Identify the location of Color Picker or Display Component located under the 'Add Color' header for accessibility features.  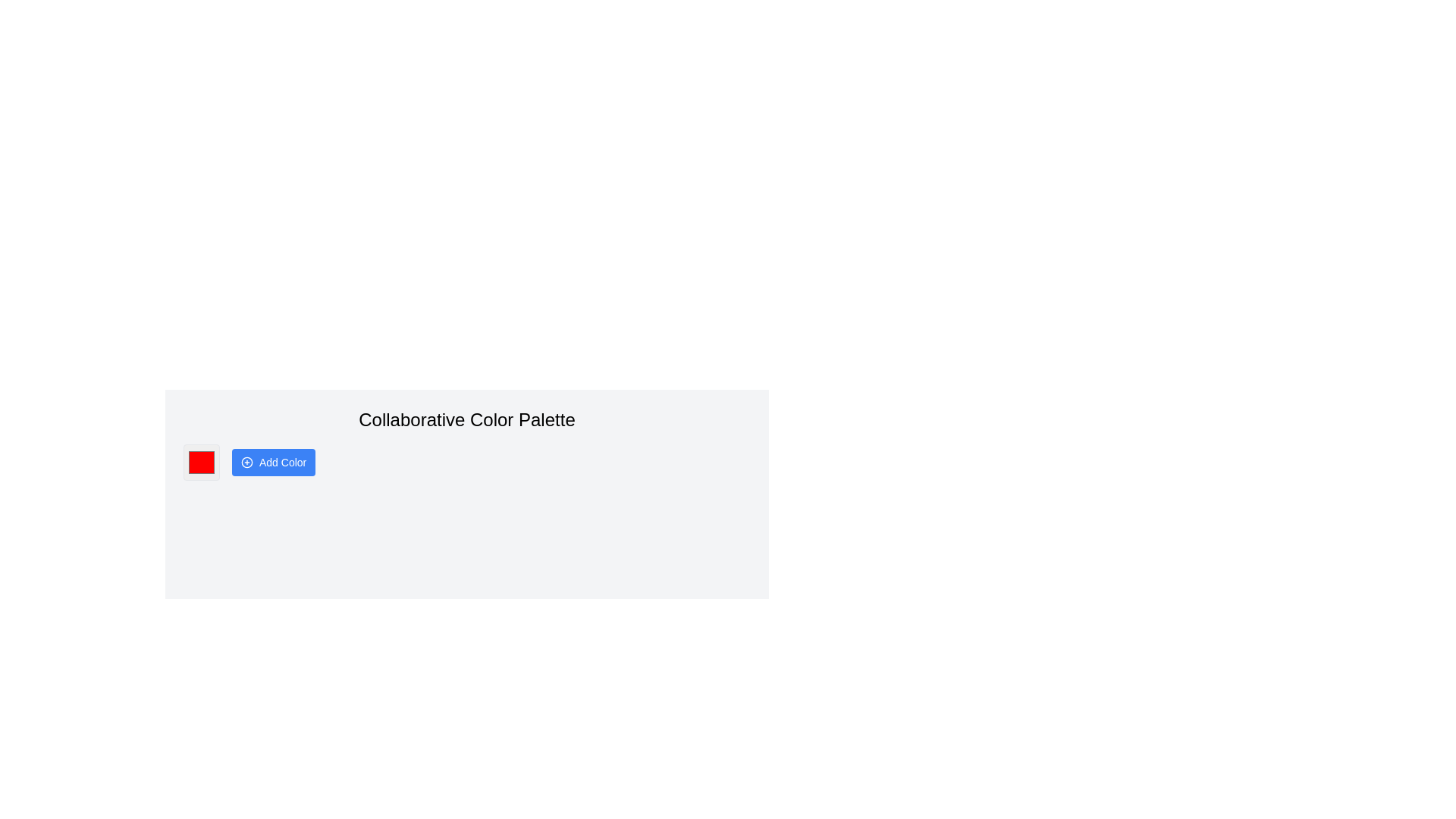
(200, 461).